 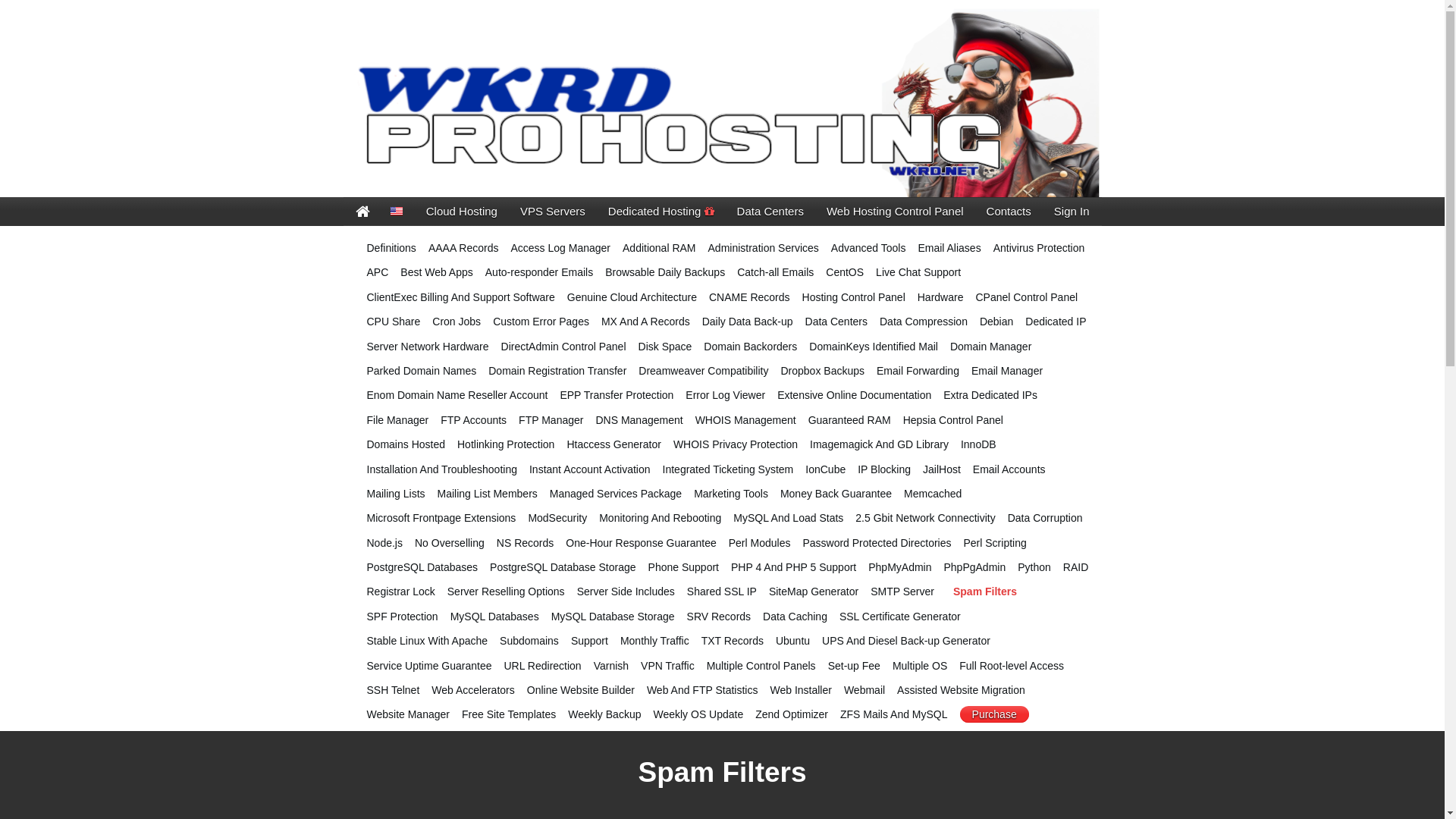 What do you see at coordinates (525, 542) in the screenshot?
I see `'NS Records'` at bounding box center [525, 542].